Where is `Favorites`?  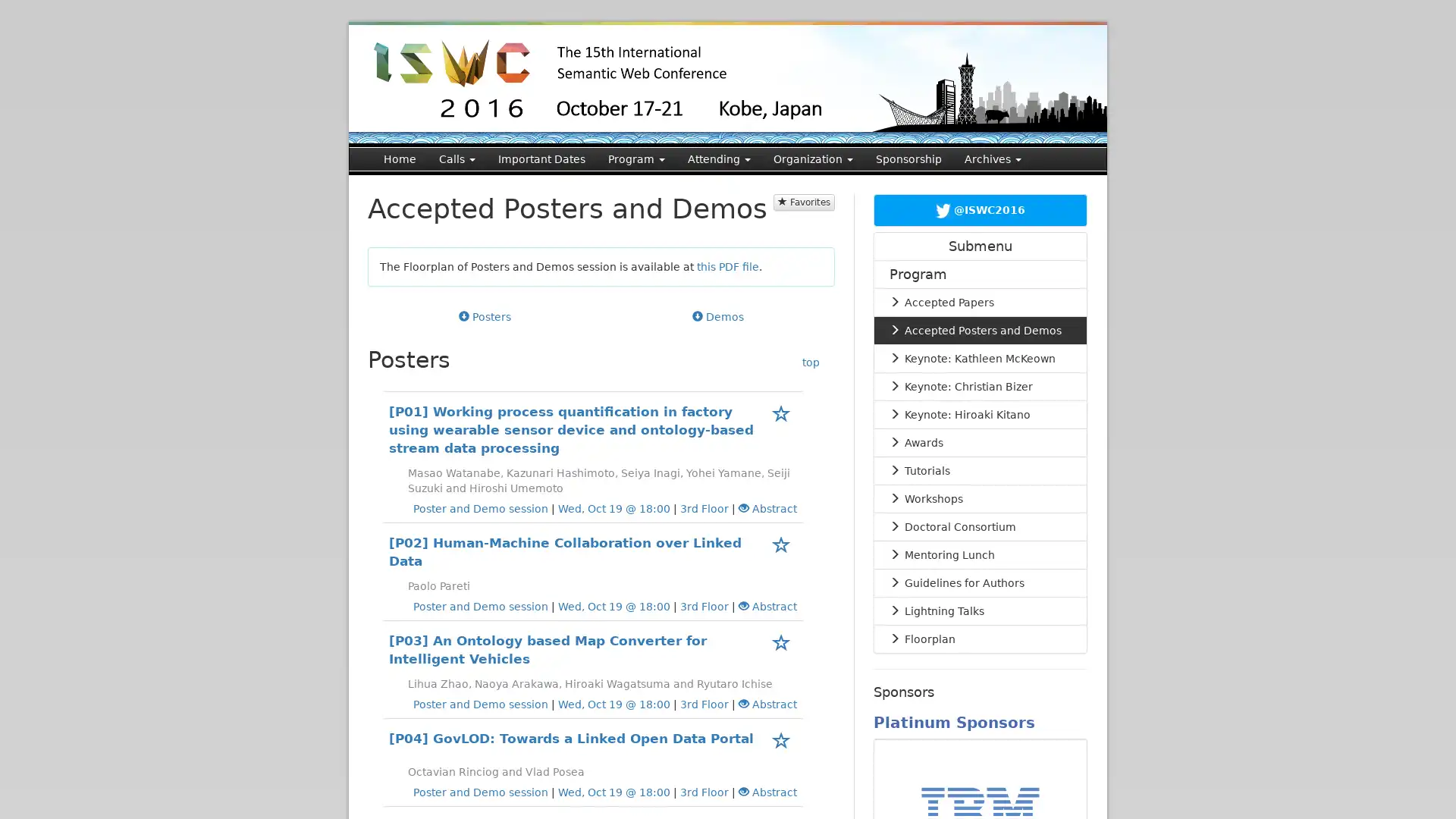
Favorites is located at coordinates (802, 201).